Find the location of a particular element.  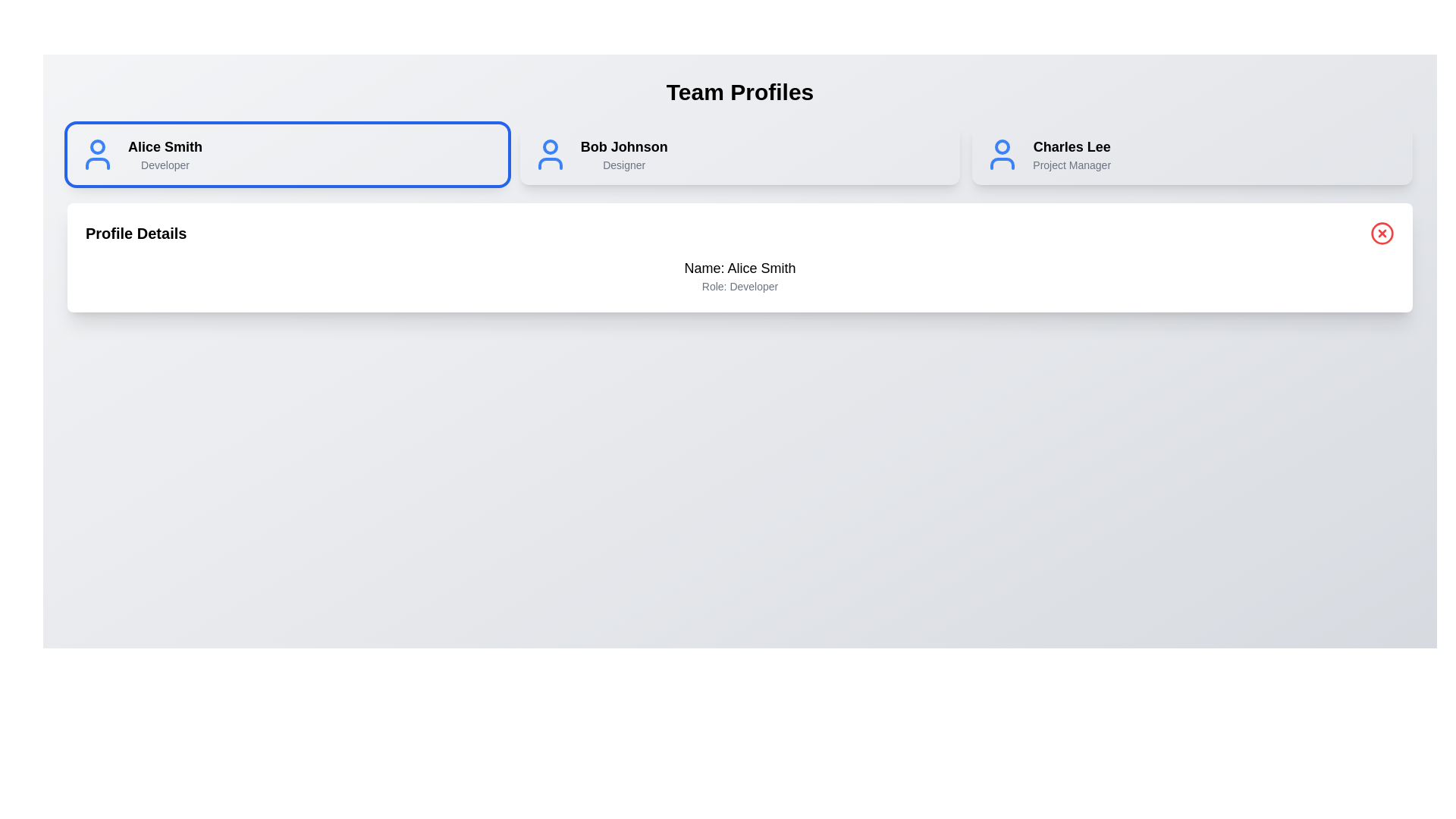

the text block displaying the team member's name and role information in the top-left segment of the interface under the 'Team Profiles' section is located at coordinates (165, 155).